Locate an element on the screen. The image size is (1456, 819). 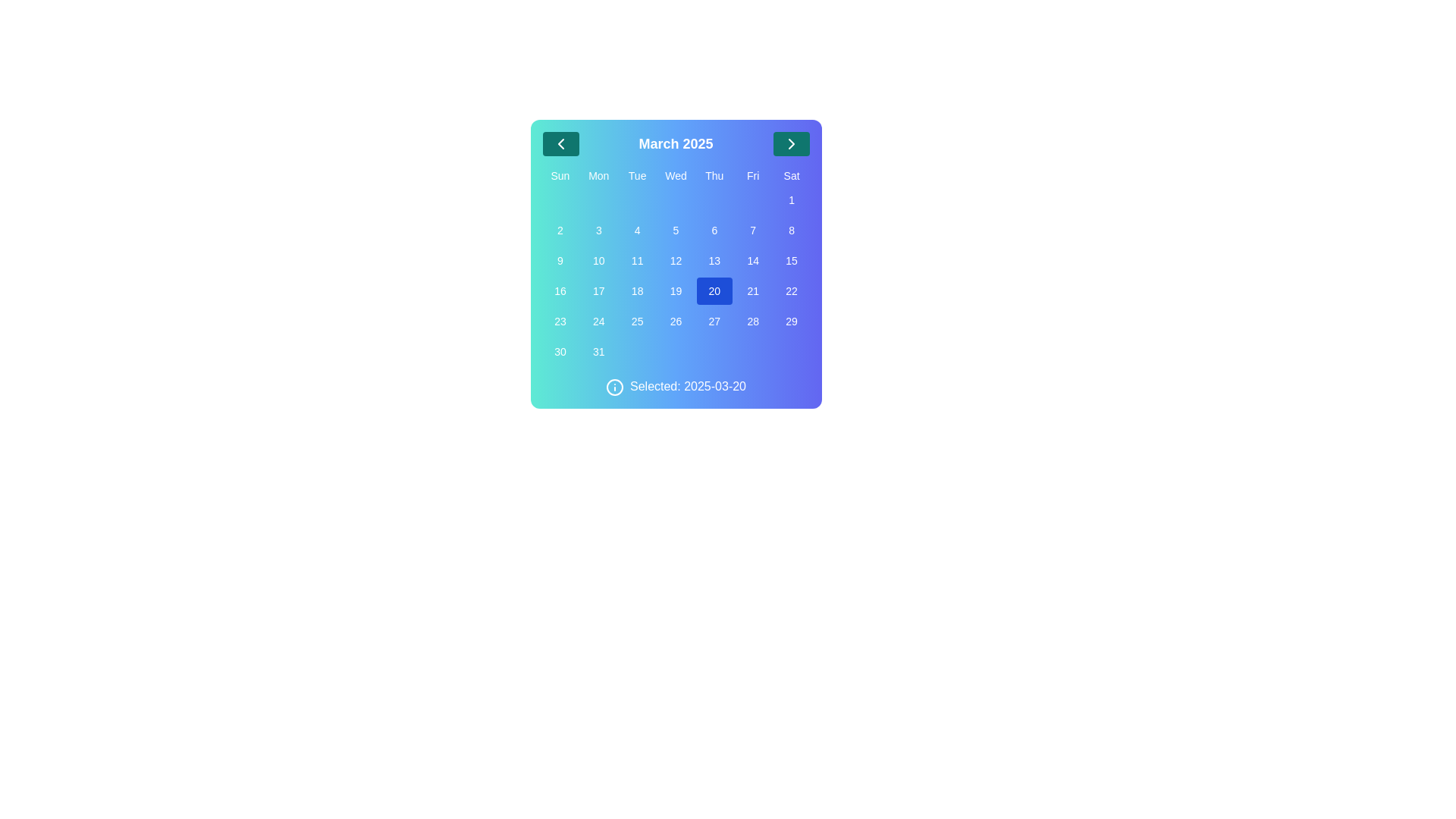
the button displaying the text '17' in the calendar interface is located at coordinates (598, 291).